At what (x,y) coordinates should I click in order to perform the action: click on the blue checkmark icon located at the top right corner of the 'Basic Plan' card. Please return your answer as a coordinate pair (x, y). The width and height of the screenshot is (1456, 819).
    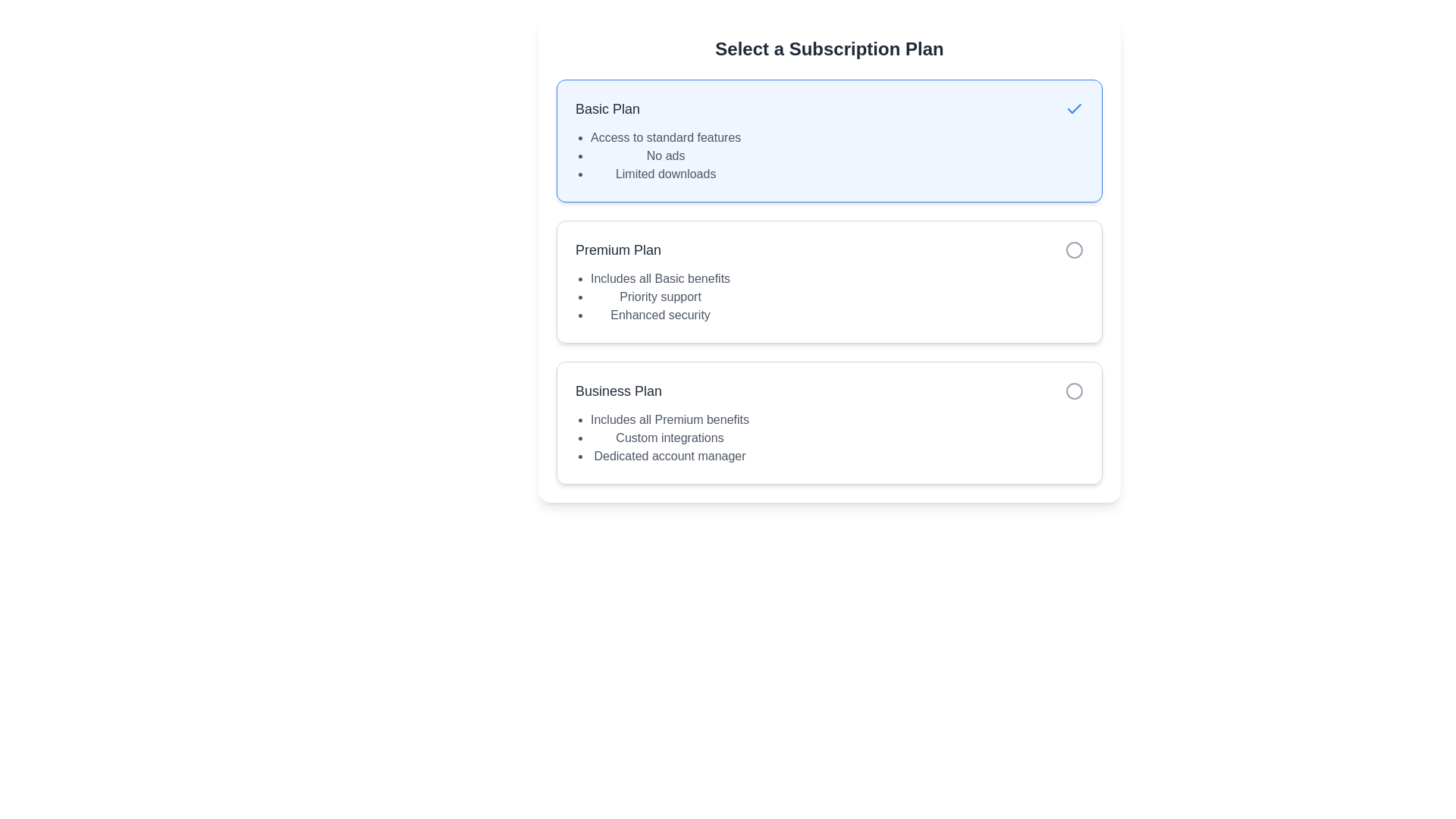
    Looking at the image, I should click on (1073, 108).